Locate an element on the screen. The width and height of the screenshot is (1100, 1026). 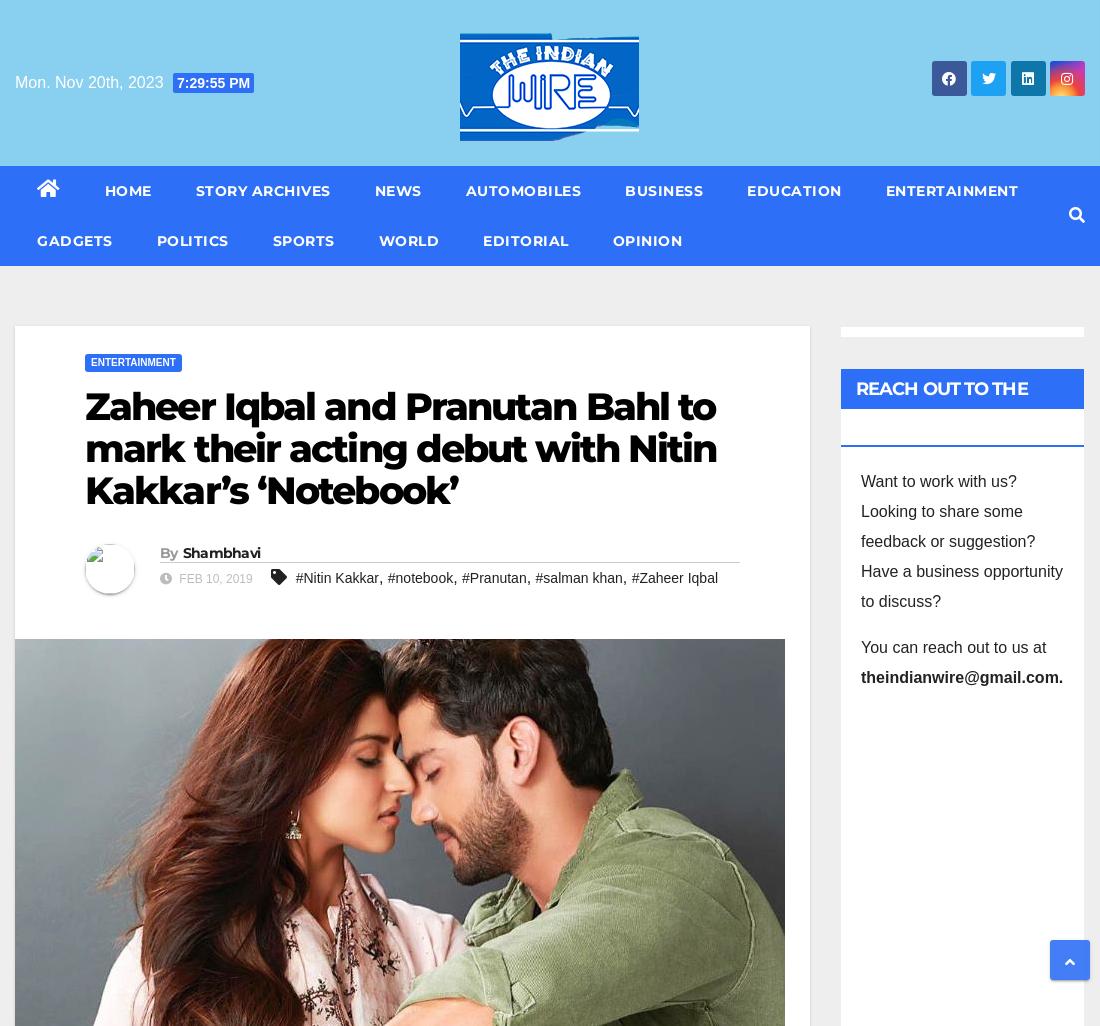
'Opinion' is located at coordinates (647, 241).